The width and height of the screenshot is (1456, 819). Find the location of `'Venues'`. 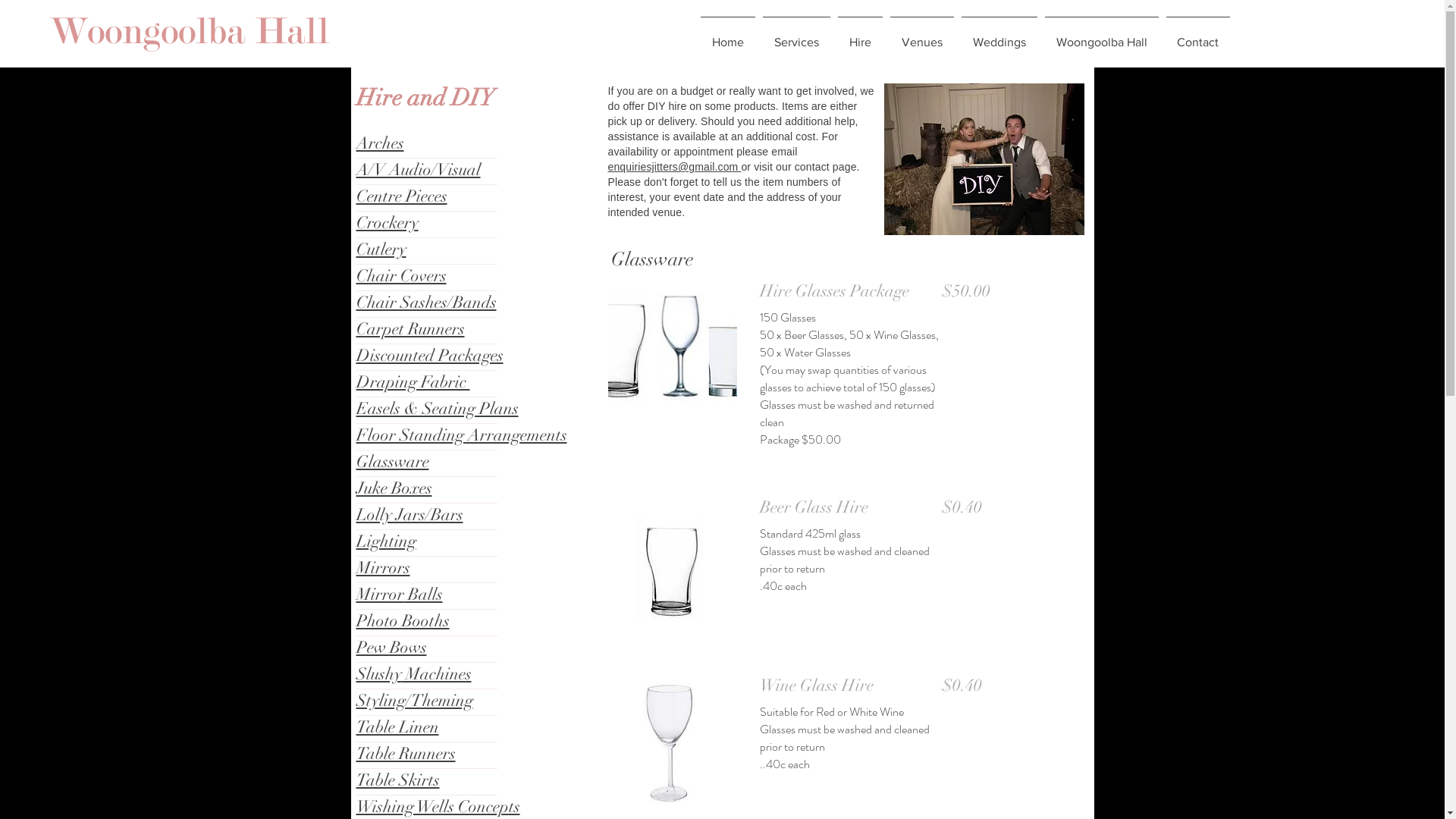

'Venues' is located at coordinates (920, 34).